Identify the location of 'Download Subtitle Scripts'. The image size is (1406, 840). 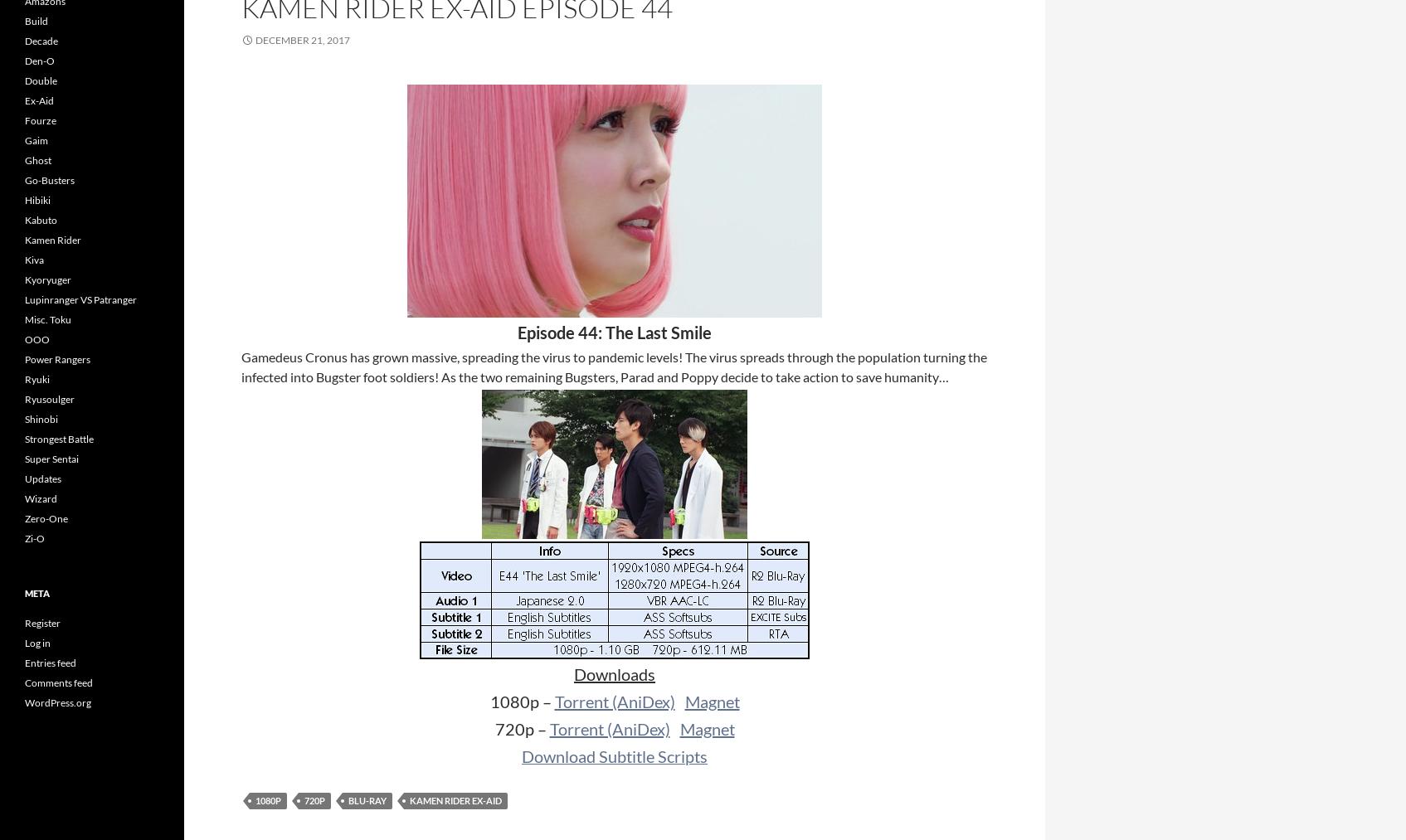
(614, 755).